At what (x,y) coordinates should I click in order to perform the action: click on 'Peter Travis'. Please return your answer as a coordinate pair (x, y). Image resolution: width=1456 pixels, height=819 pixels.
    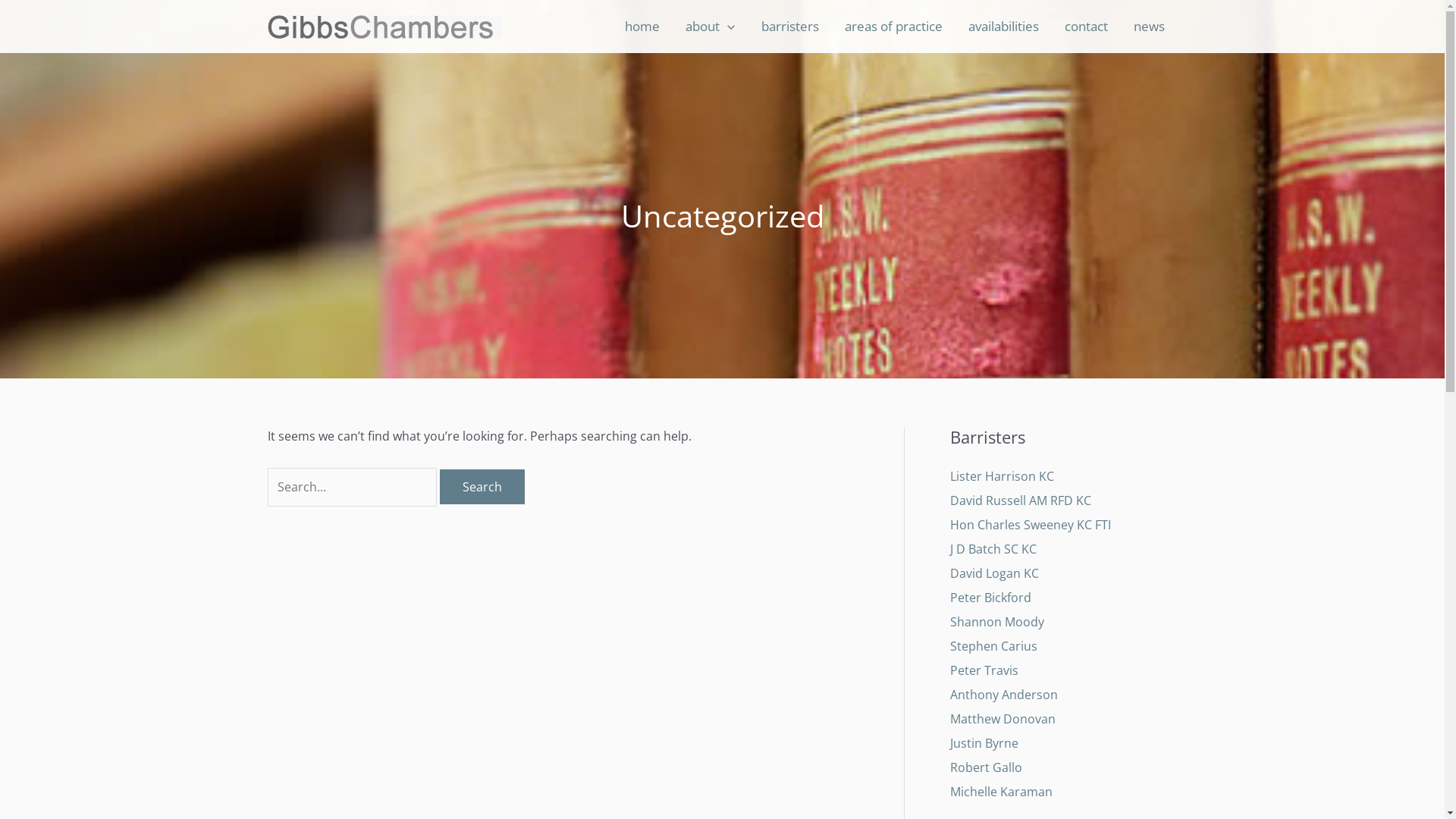
    Looking at the image, I should click on (983, 669).